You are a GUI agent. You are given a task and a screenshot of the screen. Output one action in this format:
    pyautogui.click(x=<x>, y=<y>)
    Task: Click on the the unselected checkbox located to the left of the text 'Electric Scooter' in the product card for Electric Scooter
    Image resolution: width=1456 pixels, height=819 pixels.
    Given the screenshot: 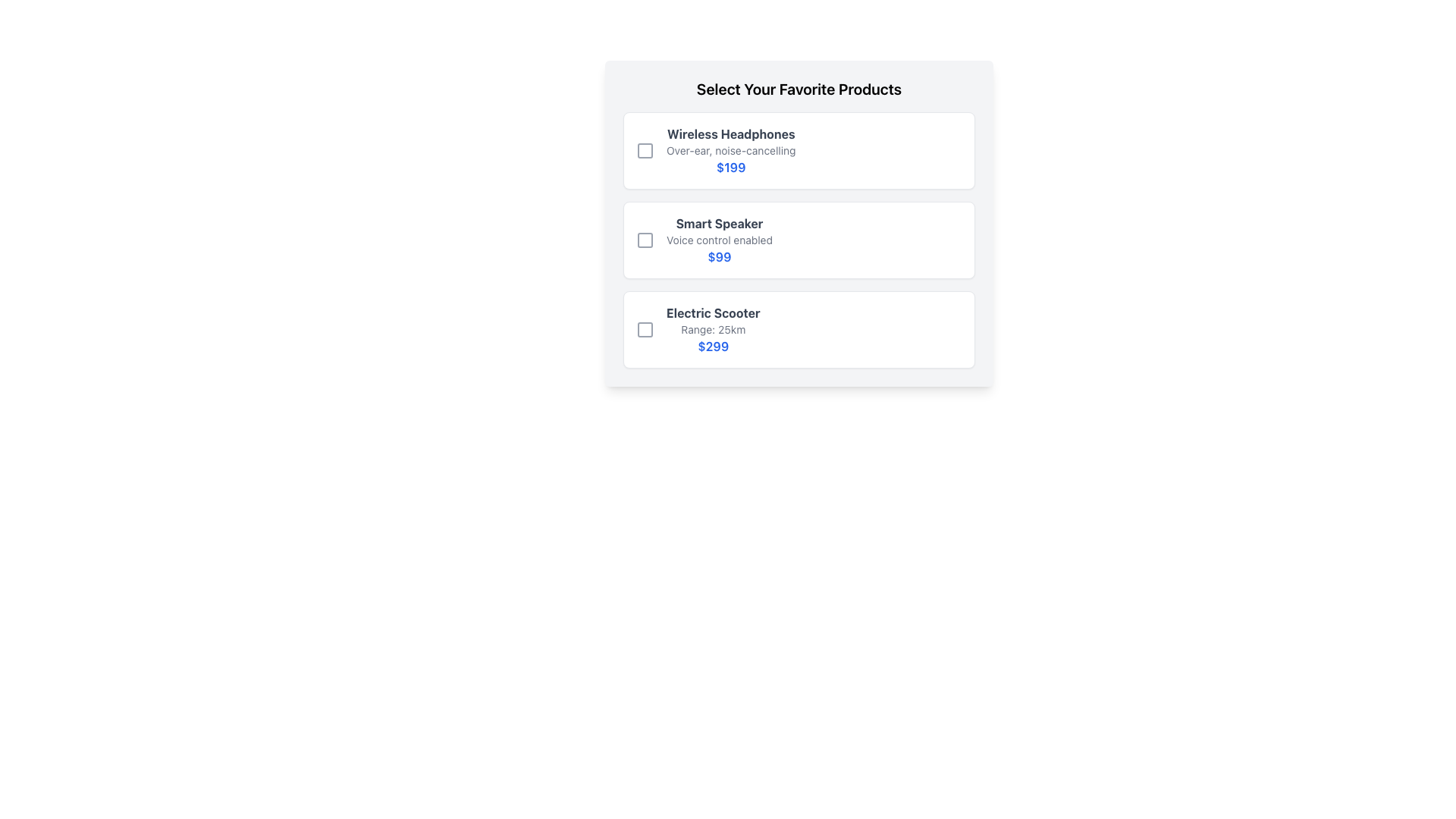 What is the action you would take?
    pyautogui.click(x=645, y=329)
    